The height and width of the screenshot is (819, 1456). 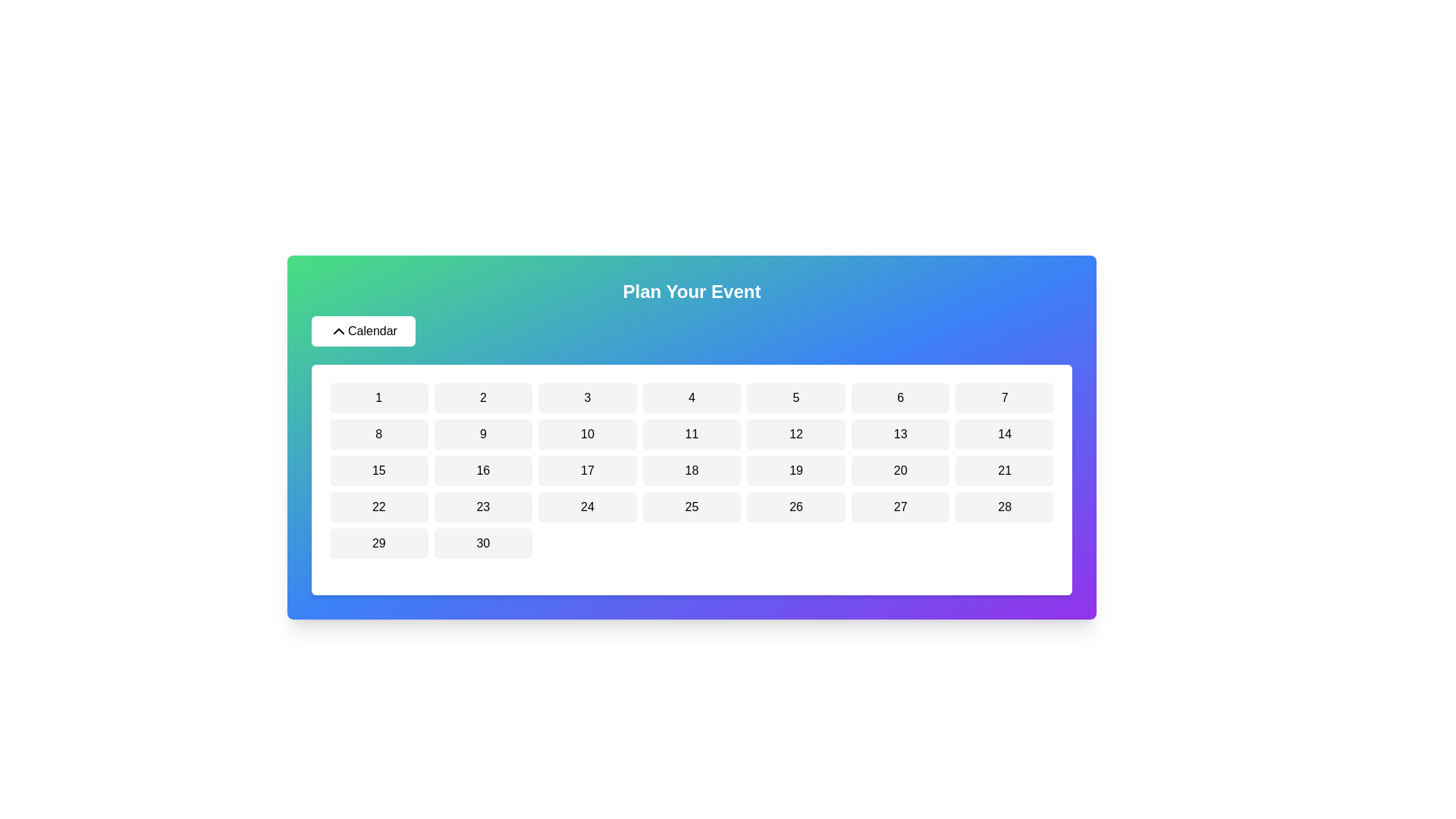 I want to click on the button labeled '19', which is a rectangular button with rounded corners and a light gray color, so click(x=795, y=470).